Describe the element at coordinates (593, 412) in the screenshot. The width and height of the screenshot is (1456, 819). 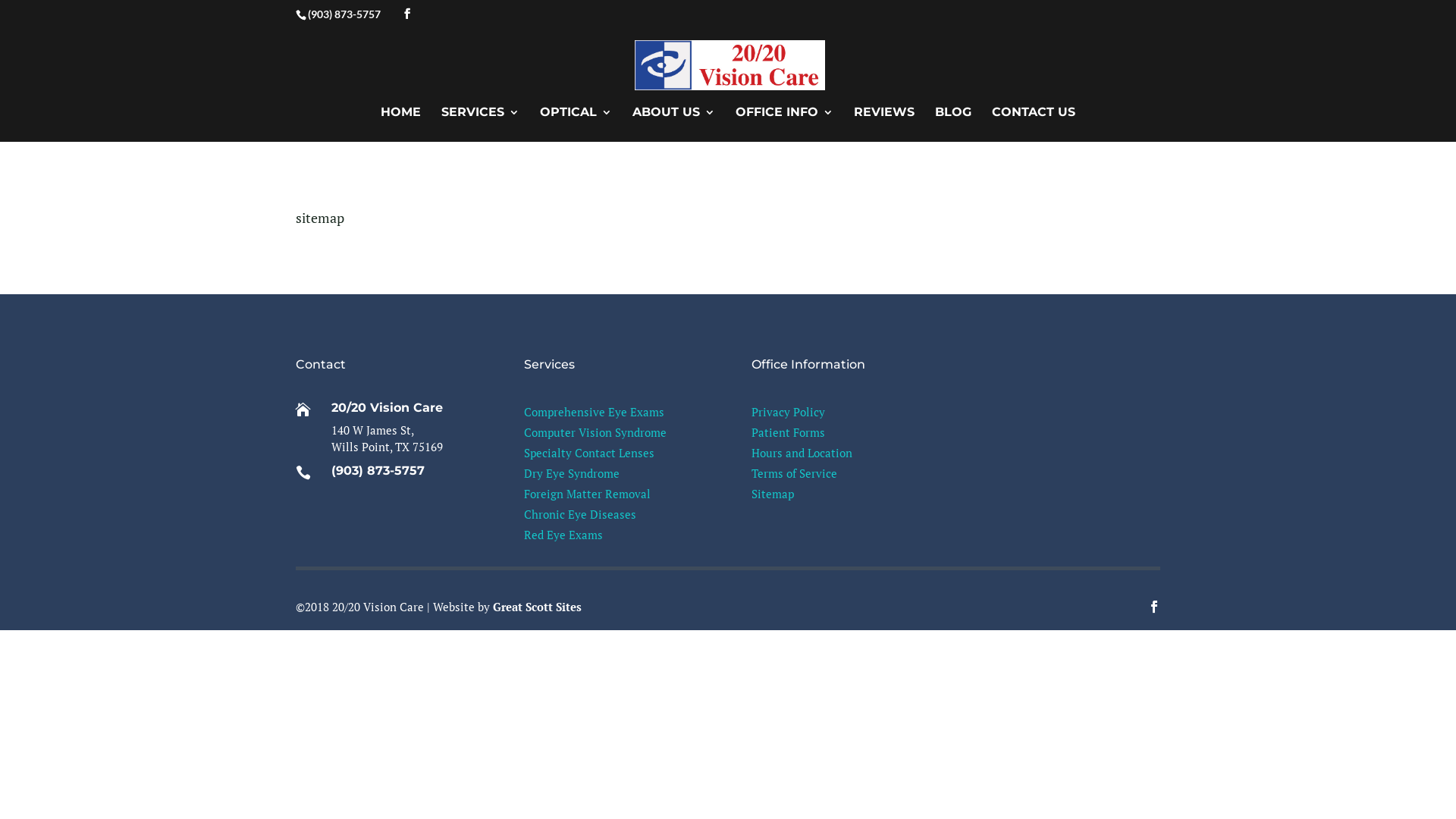
I see `'Comprehensive Eye Exams'` at that location.